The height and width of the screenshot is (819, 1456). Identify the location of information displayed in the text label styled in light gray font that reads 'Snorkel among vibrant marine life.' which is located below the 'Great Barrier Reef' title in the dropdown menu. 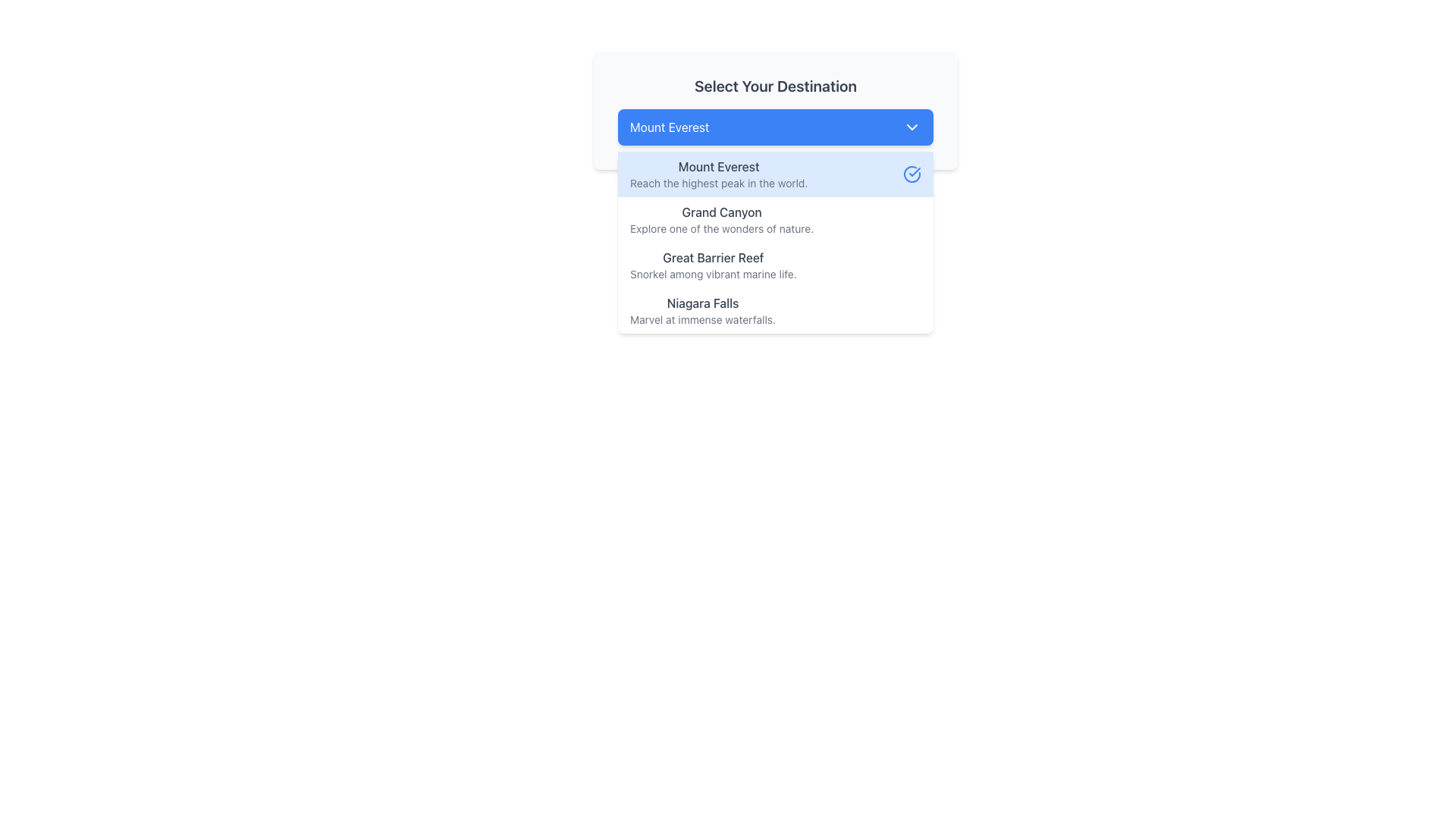
(712, 275).